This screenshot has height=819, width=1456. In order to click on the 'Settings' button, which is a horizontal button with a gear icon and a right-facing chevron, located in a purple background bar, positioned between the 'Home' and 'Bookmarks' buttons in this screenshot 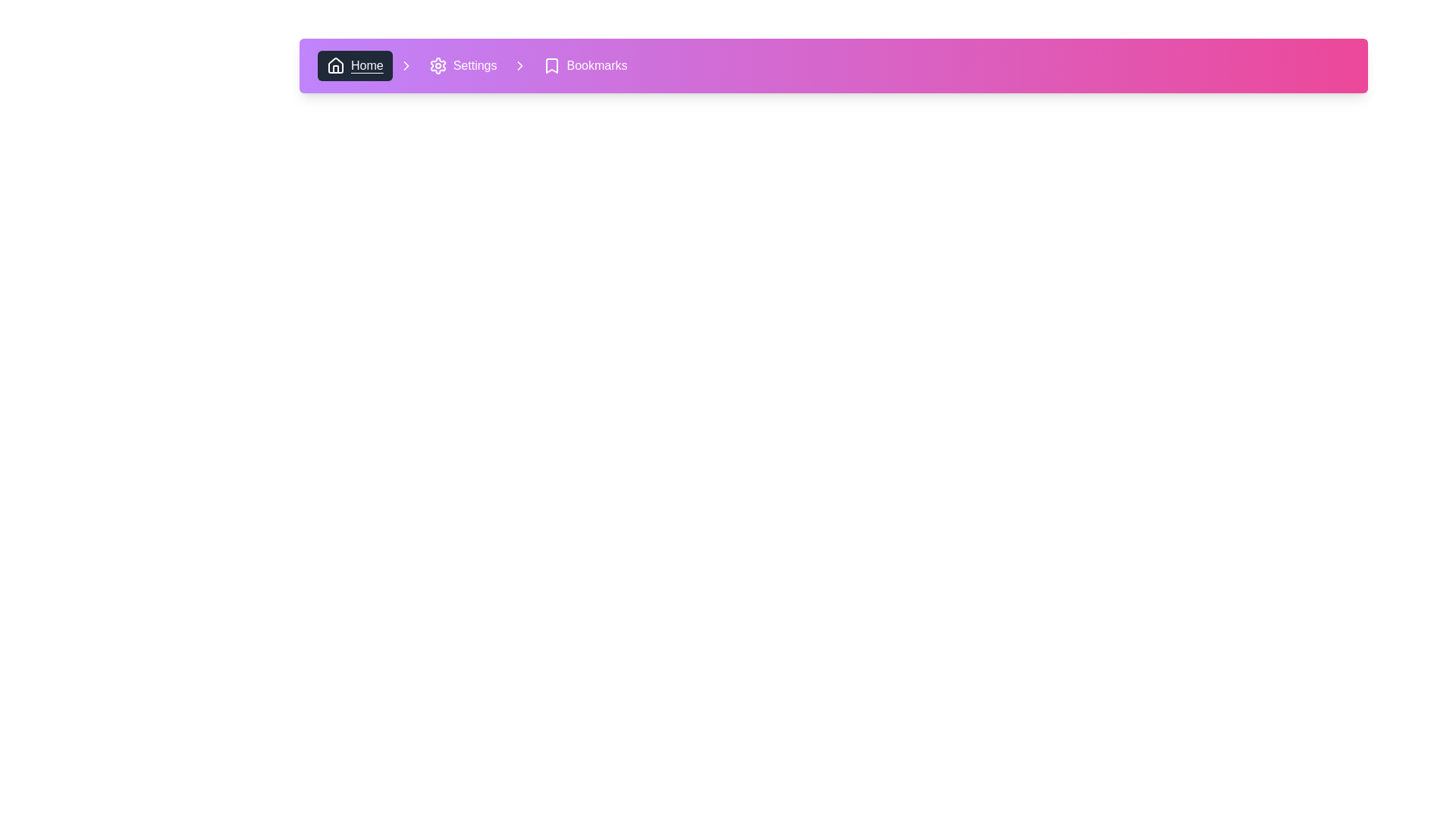, I will do `click(475, 65)`.